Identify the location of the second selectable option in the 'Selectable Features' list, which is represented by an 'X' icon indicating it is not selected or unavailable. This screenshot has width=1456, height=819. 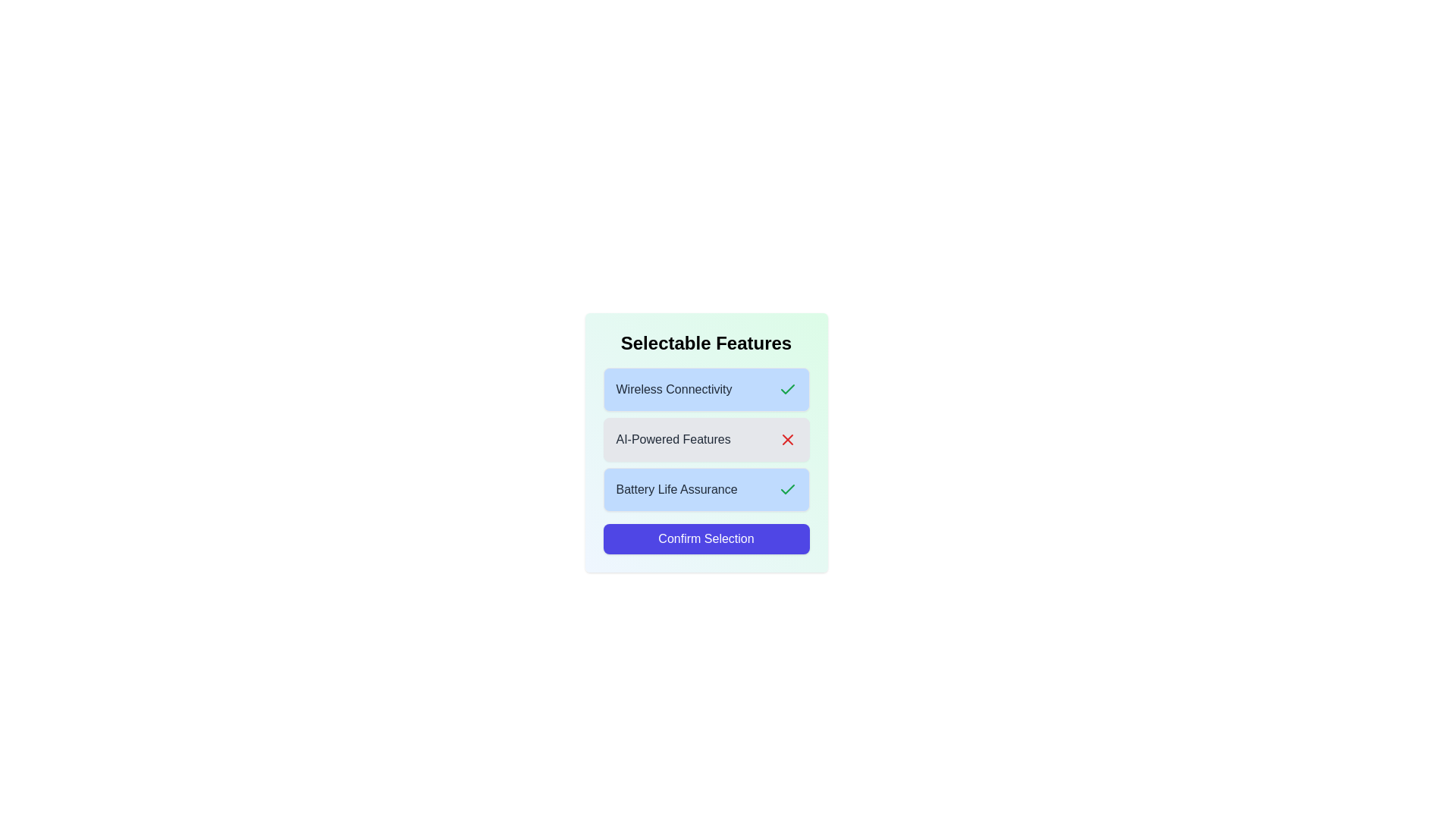
(705, 439).